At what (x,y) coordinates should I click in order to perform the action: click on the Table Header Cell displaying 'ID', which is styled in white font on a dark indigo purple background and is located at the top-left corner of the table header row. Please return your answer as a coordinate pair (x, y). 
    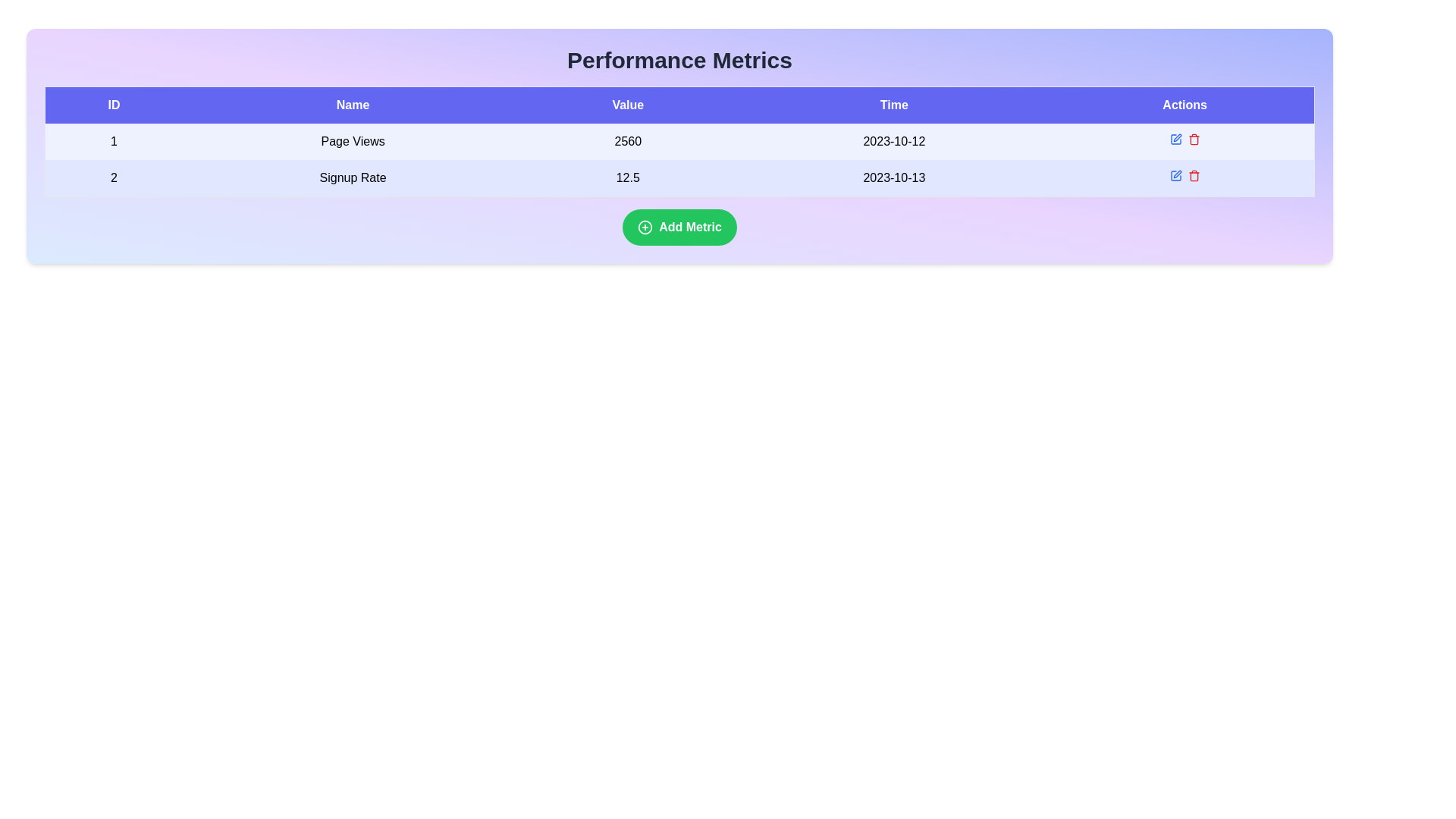
    Looking at the image, I should click on (113, 104).